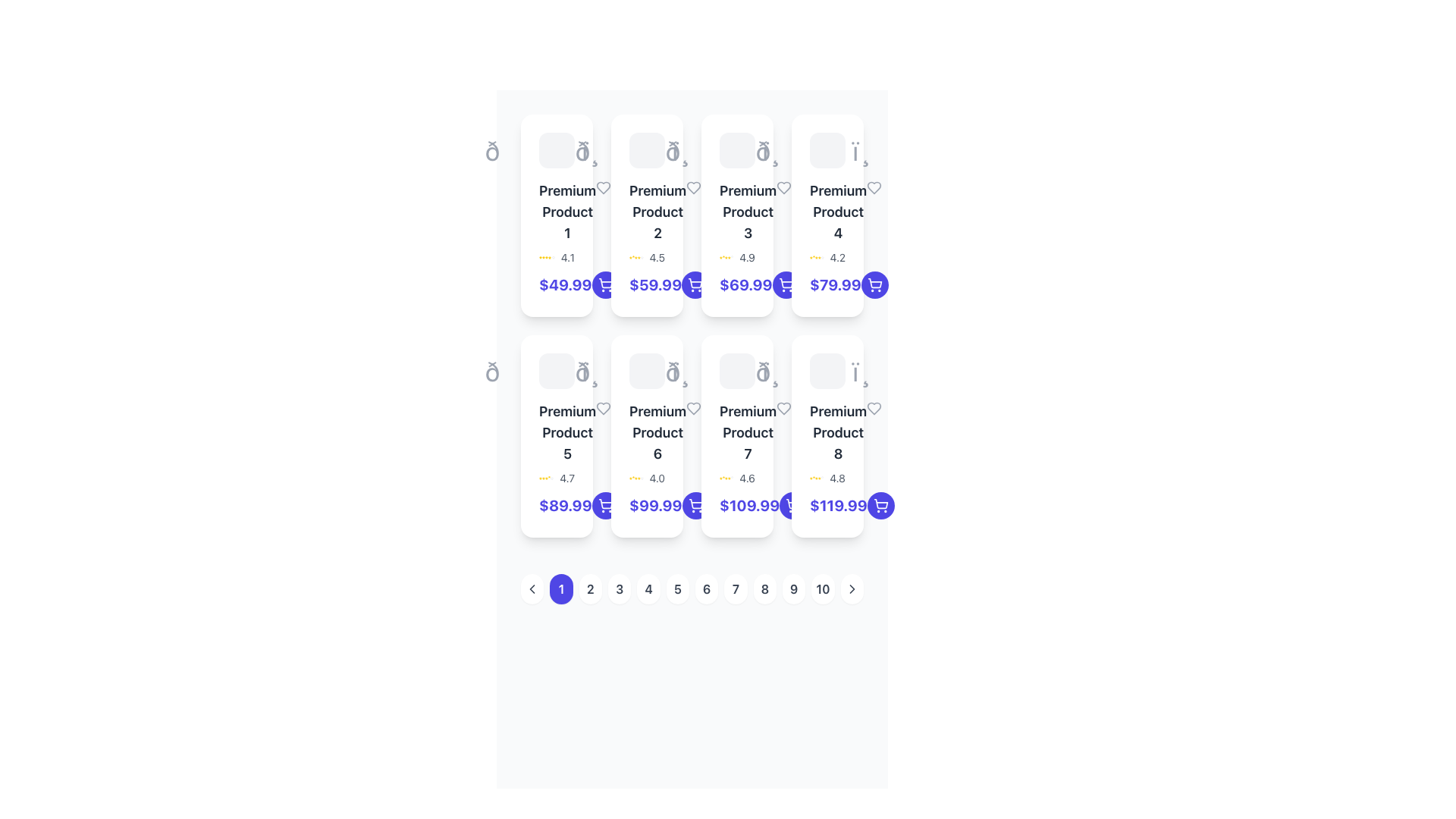 This screenshot has height=819, width=1456. What do you see at coordinates (737, 432) in the screenshot?
I see `the text label that reads 'Premium Product 7', located in the second row and third column of the grid layout, above the price and rating information` at bounding box center [737, 432].